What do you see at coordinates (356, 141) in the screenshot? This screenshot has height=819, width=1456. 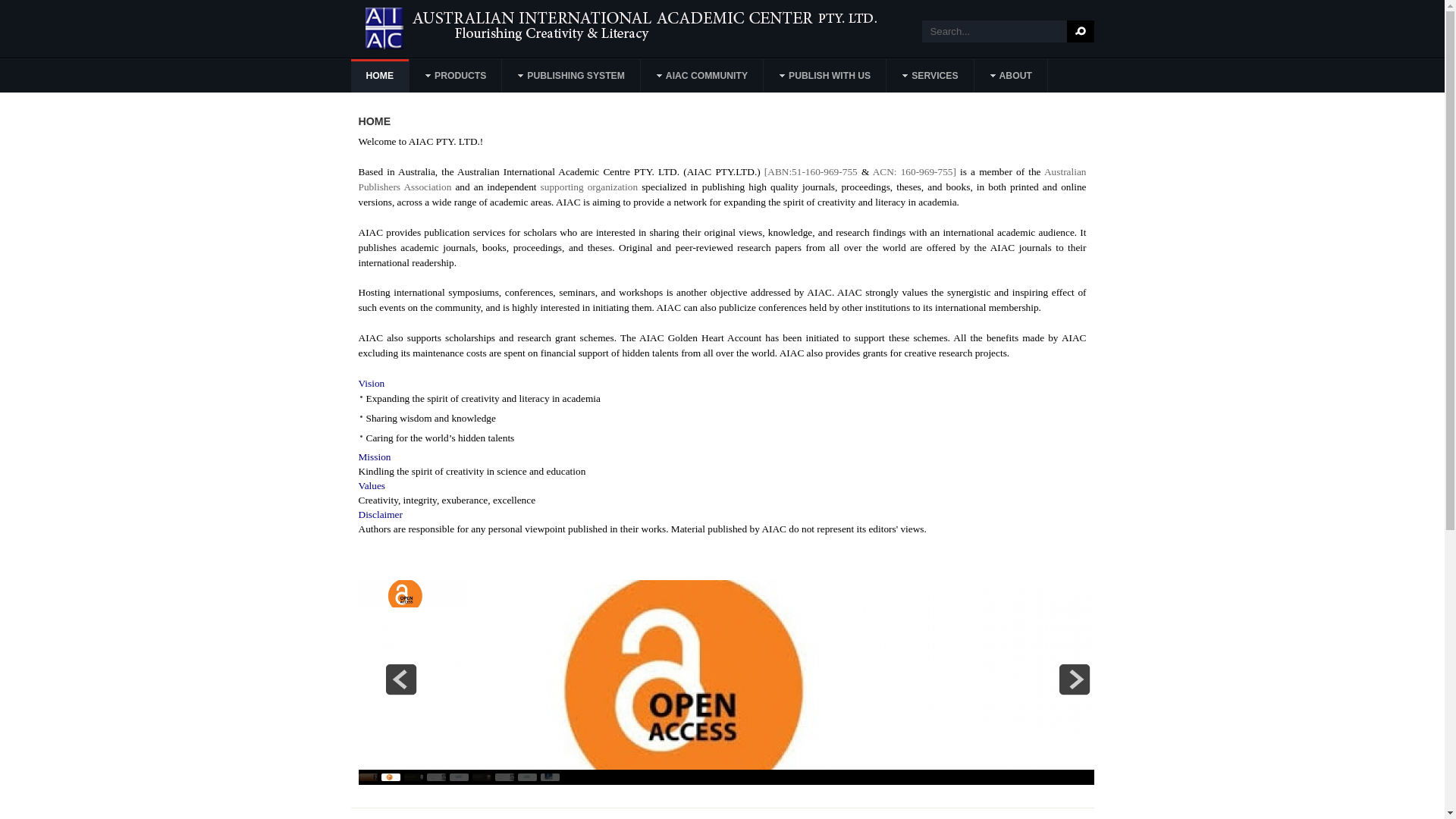 I see `'Welcome to AIAC PTY. LTD.!'` at bounding box center [356, 141].